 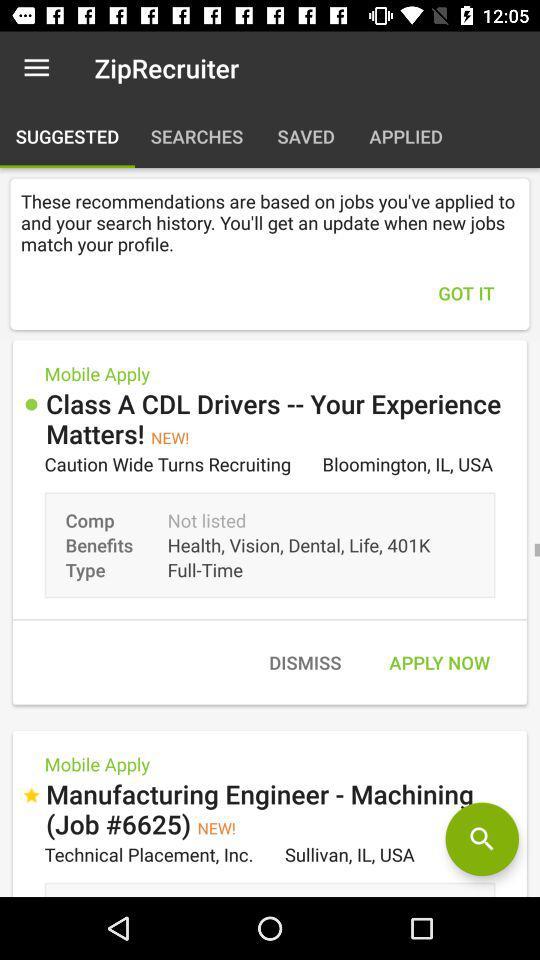 I want to click on the item next to dismiss icon, so click(x=438, y=662).